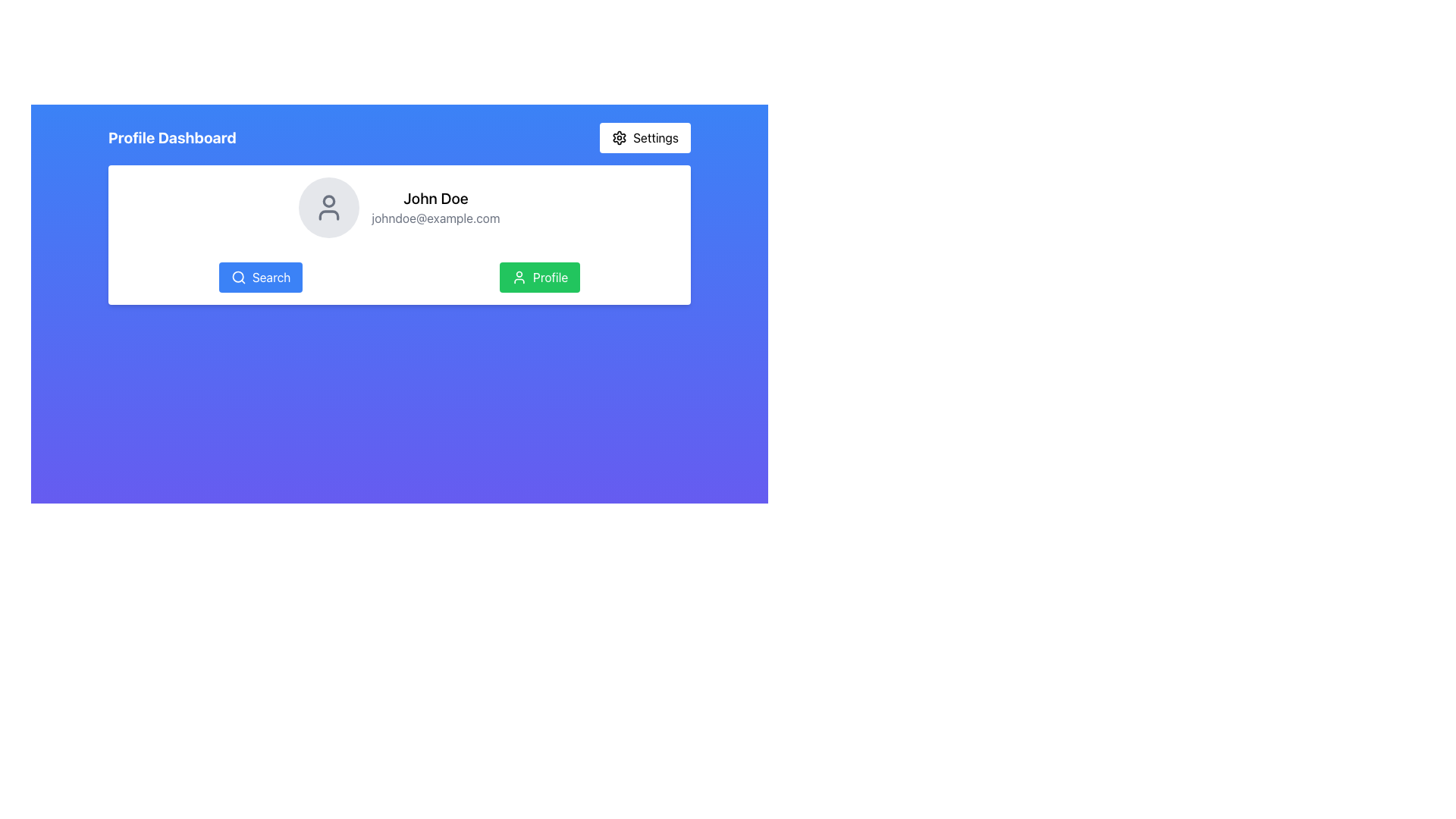  Describe the element at coordinates (645, 137) in the screenshot. I see `the 'Settings' button with a white background and black text, located in the upper-right corner of the Profile Dashboard Settings, to trigger the hover effect` at that location.